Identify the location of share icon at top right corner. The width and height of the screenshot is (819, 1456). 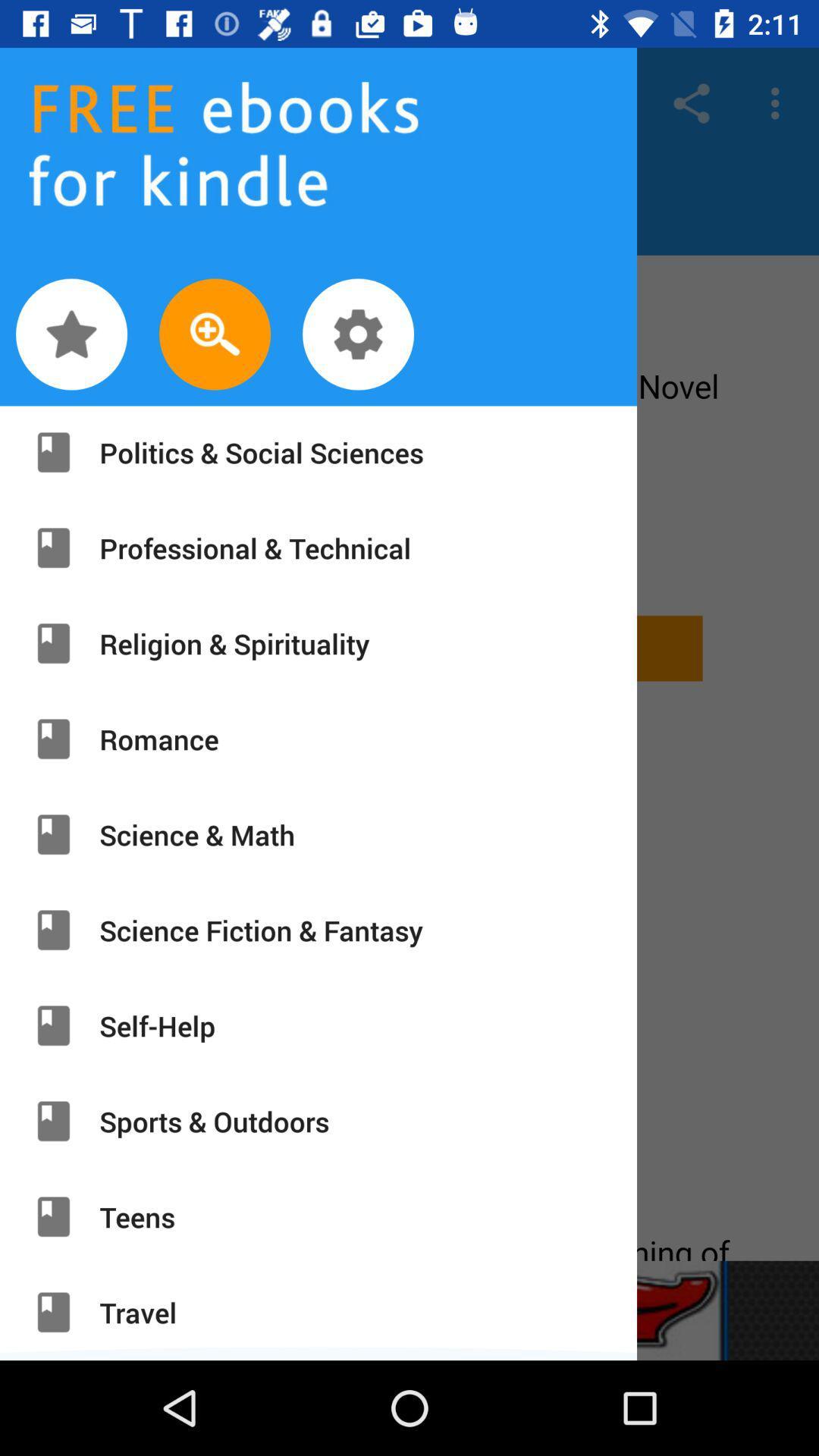
(691, 103).